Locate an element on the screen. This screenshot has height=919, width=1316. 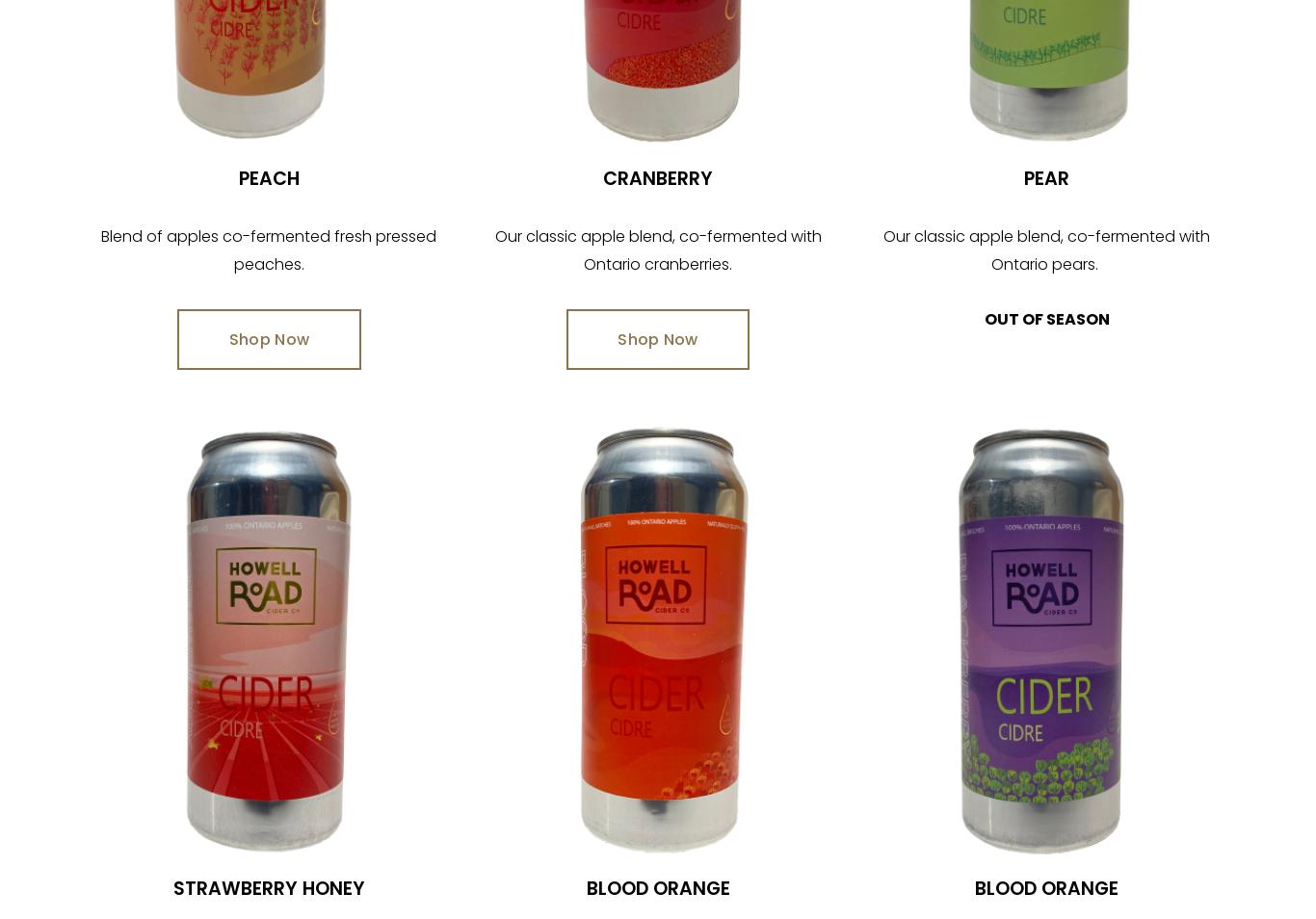
'PEACH' is located at coordinates (268, 177).